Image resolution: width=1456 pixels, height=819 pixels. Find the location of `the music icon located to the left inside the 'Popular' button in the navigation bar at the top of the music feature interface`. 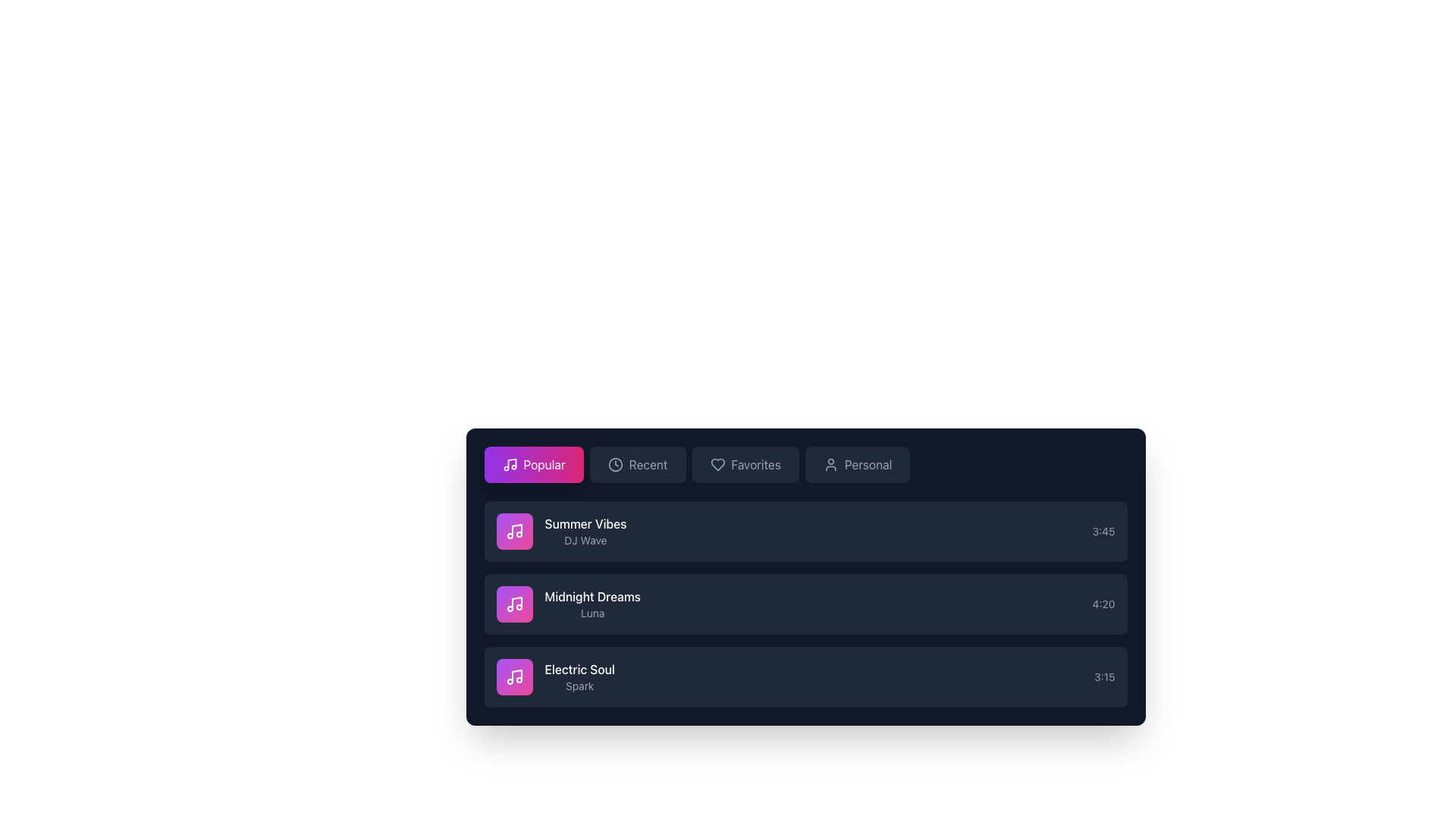

the music icon located to the left inside the 'Popular' button in the navigation bar at the top of the music feature interface is located at coordinates (510, 464).